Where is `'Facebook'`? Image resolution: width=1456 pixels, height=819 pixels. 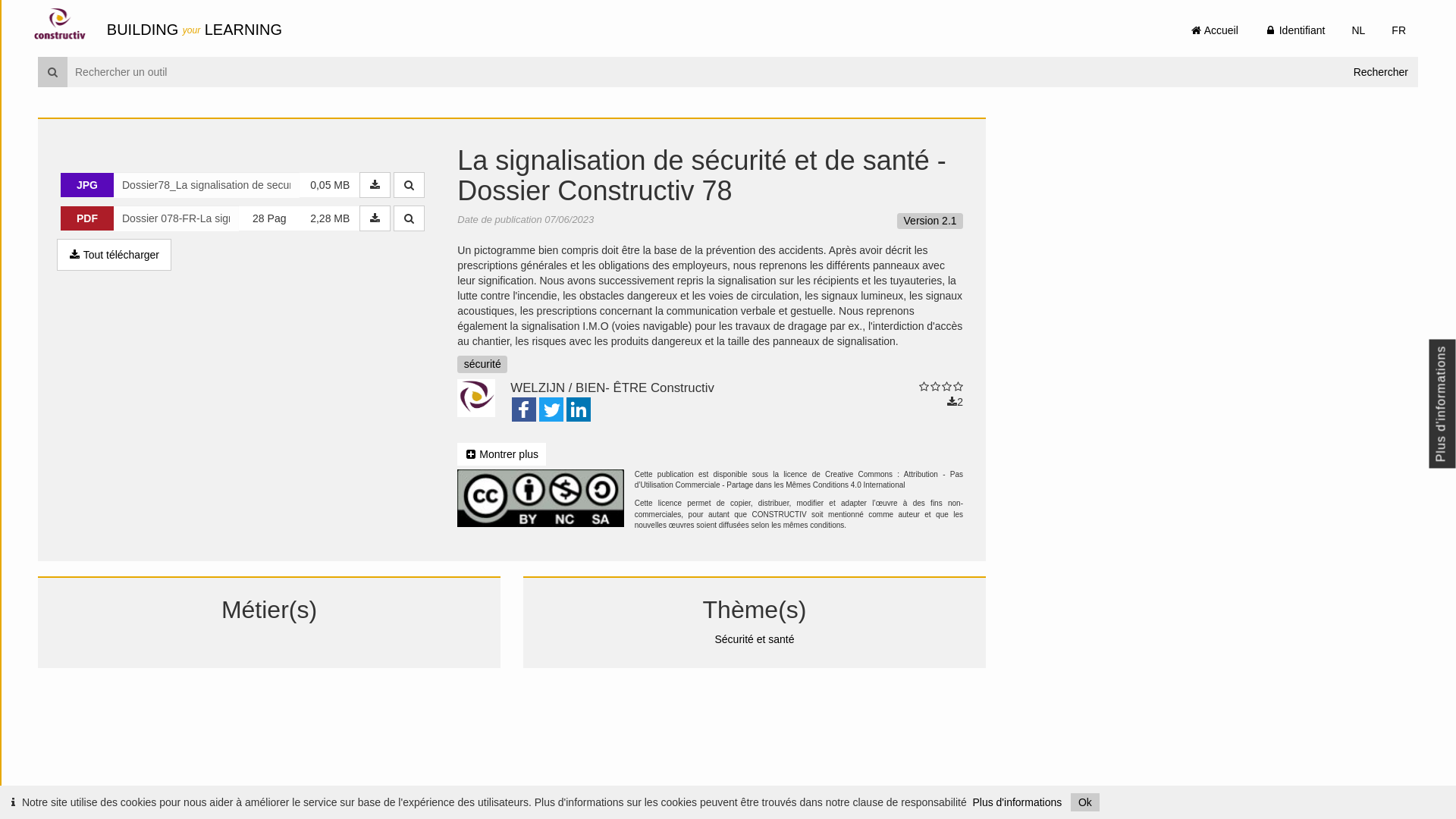 'Facebook' is located at coordinates (524, 410).